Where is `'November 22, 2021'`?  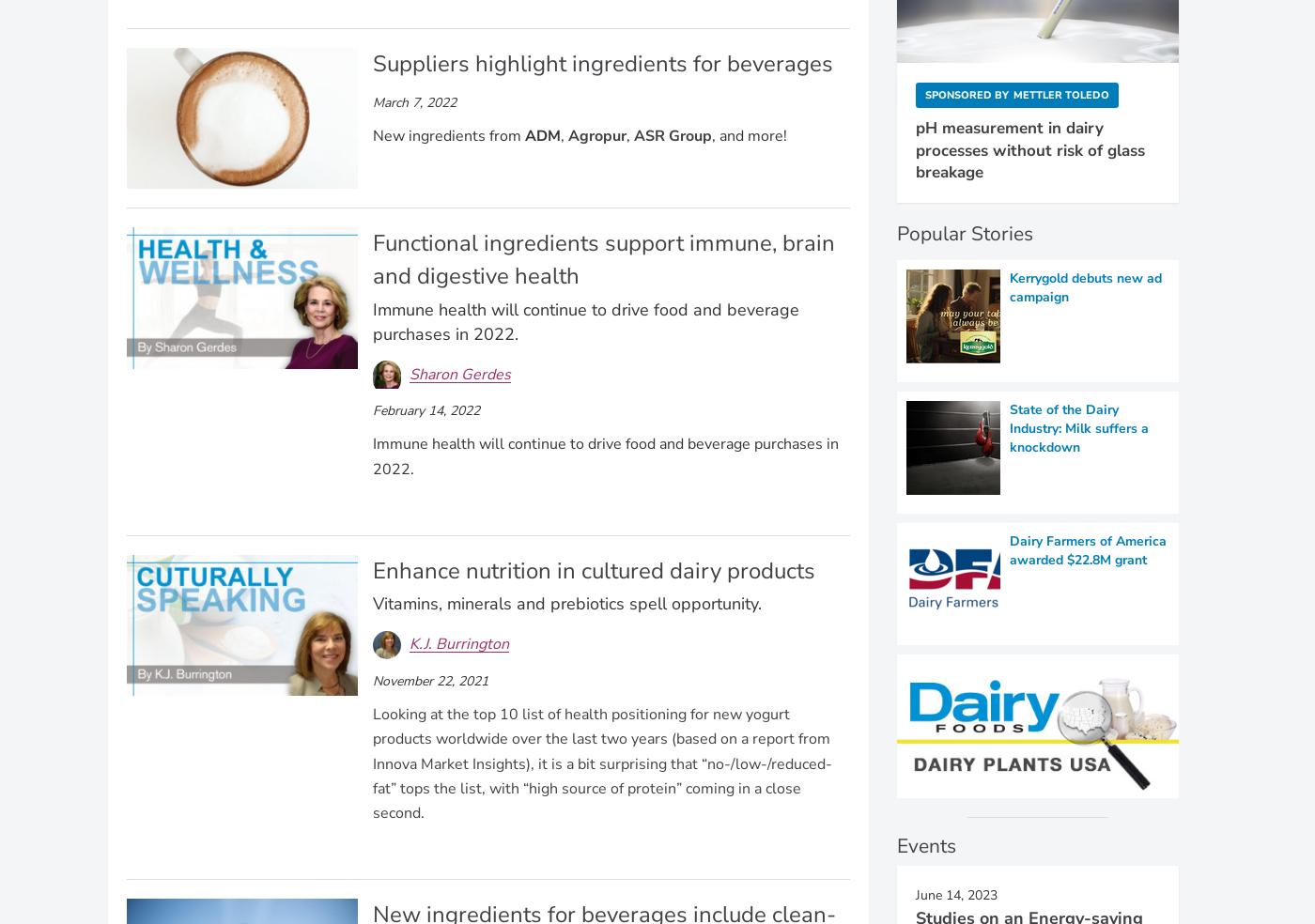 'November 22, 2021' is located at coordinates (428, 680).